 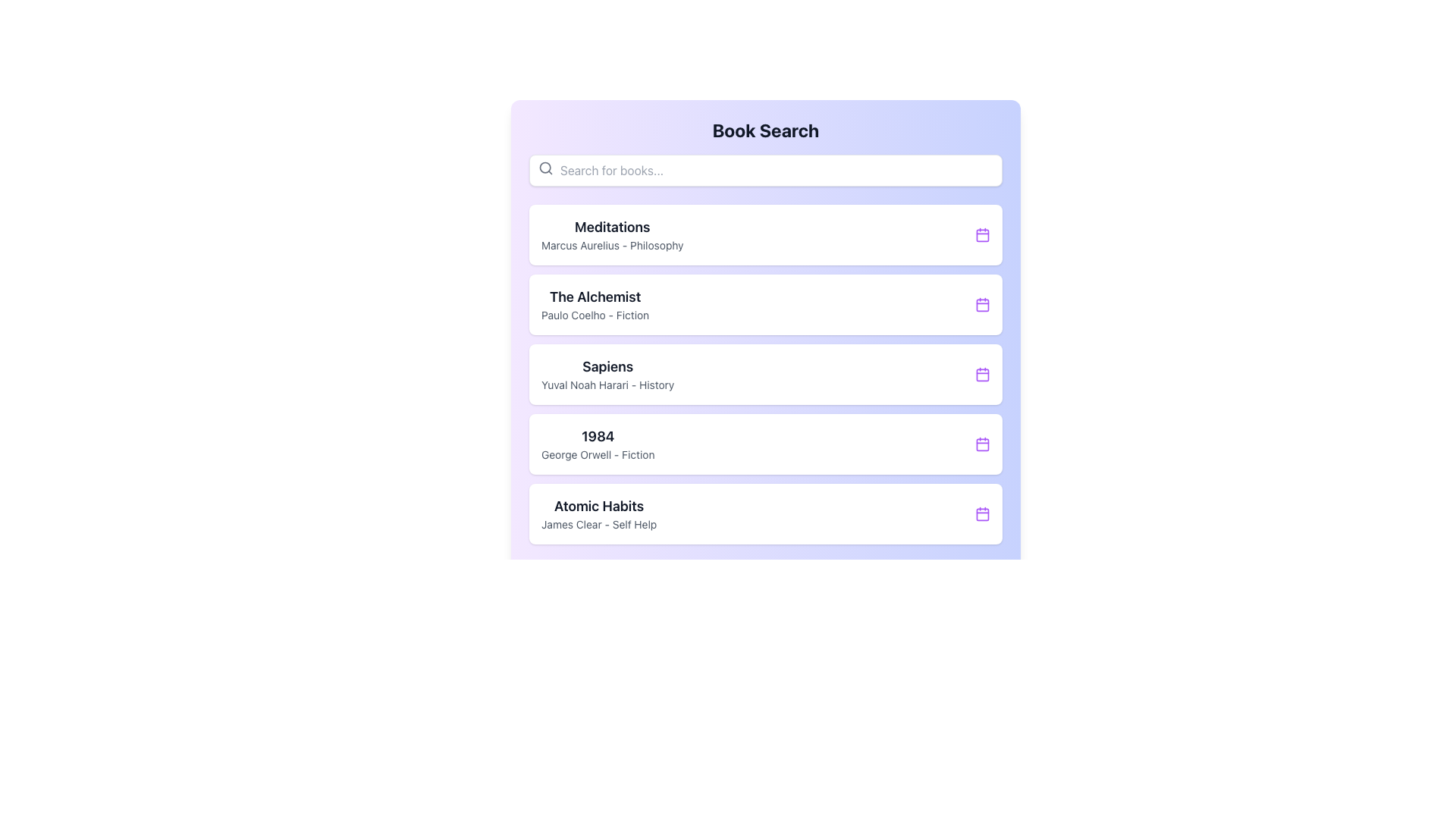 What do you see at coordinates (983, 513) in the screenshot?
I see `the calendar icon, which is a rounded rectangle with a red border and white background, positioned next to the 'Atomic Habits' book entry` at bounding box center [983, 513].